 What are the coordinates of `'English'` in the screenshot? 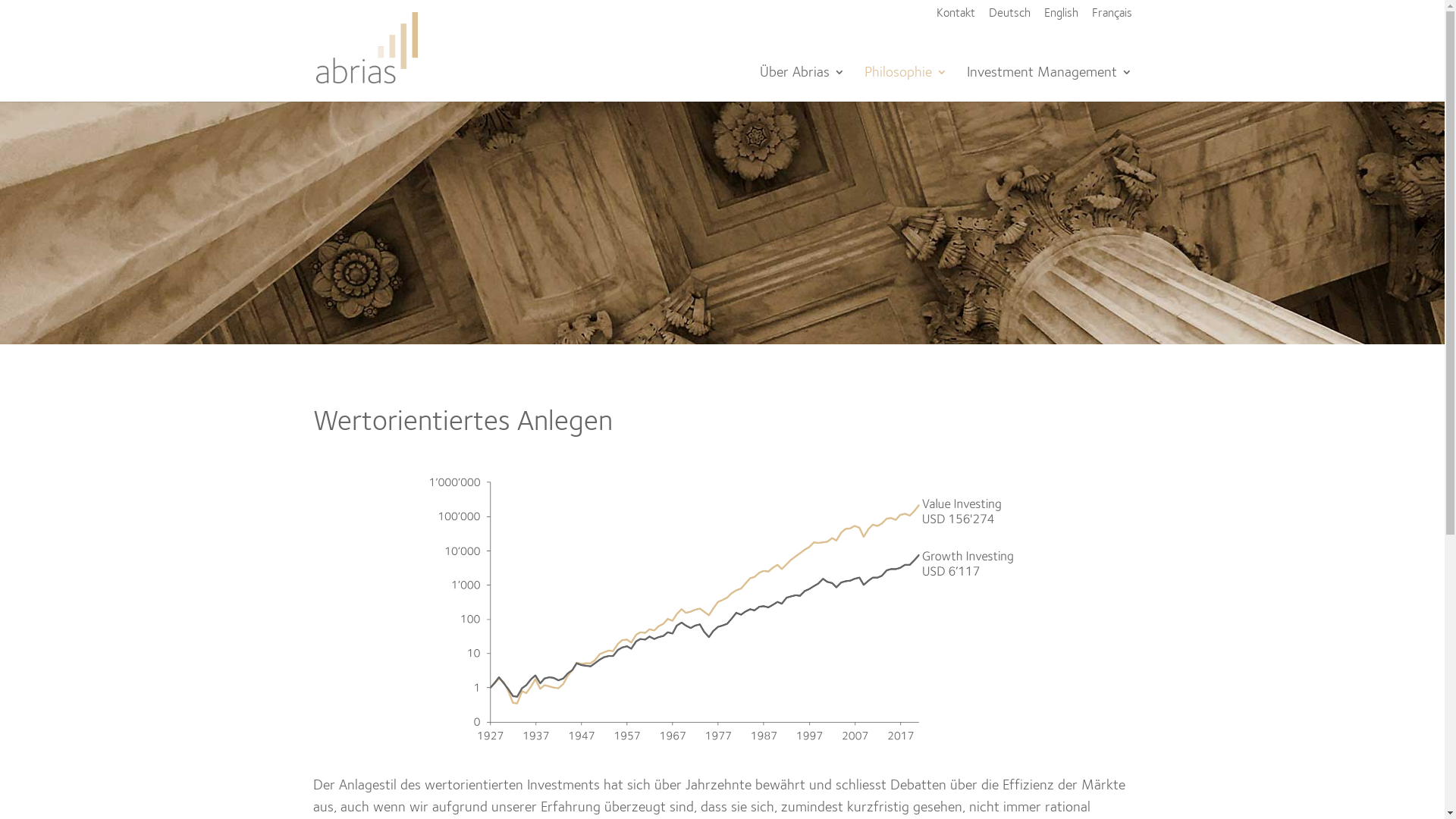 It's located at (1059, 18).